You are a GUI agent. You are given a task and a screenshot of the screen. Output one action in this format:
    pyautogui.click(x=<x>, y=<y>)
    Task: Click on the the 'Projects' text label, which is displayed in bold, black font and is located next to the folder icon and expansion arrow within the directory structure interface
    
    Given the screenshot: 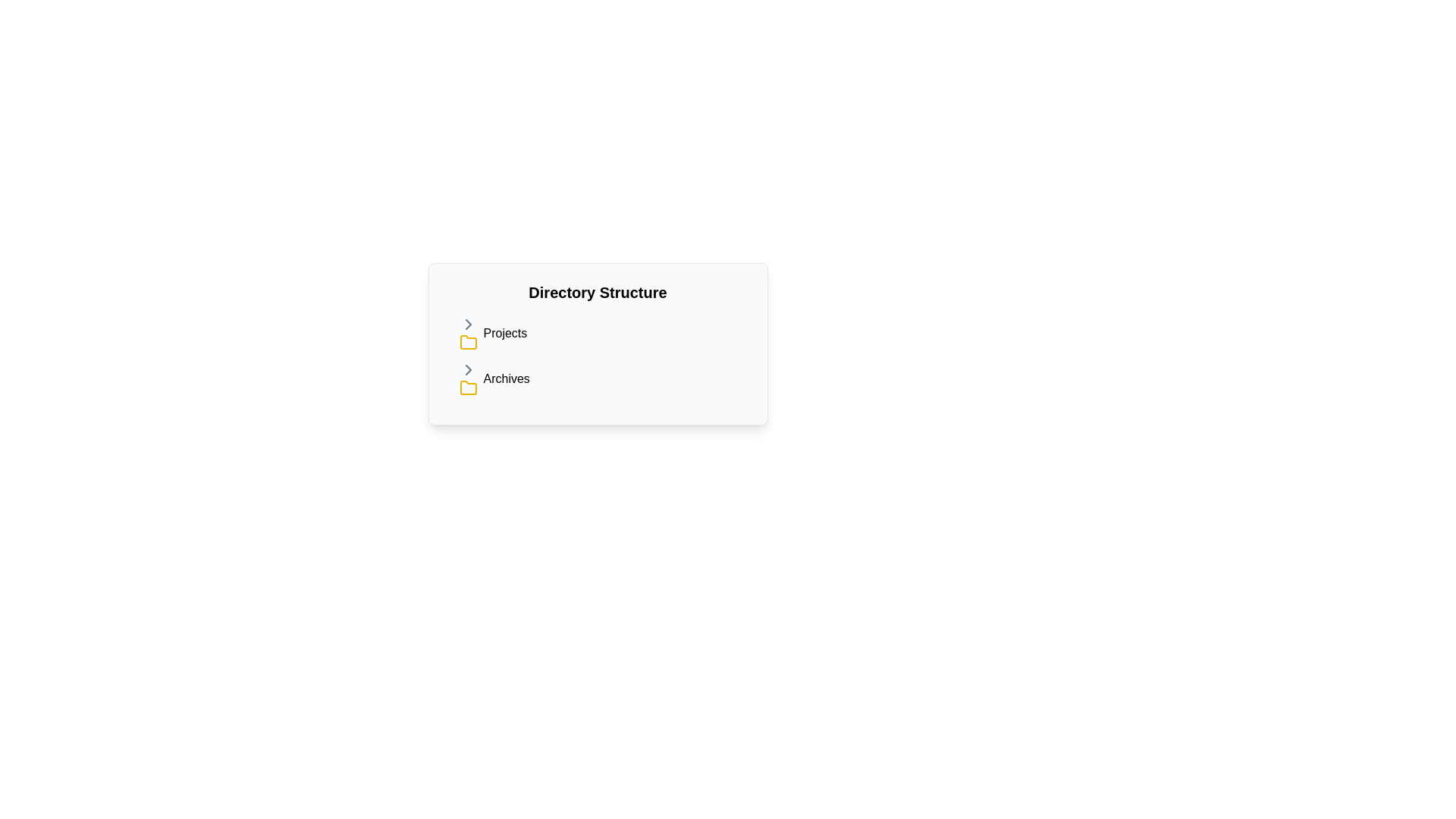 What is the action you would take?
    pyautogui.click(x=505, y=332)
    